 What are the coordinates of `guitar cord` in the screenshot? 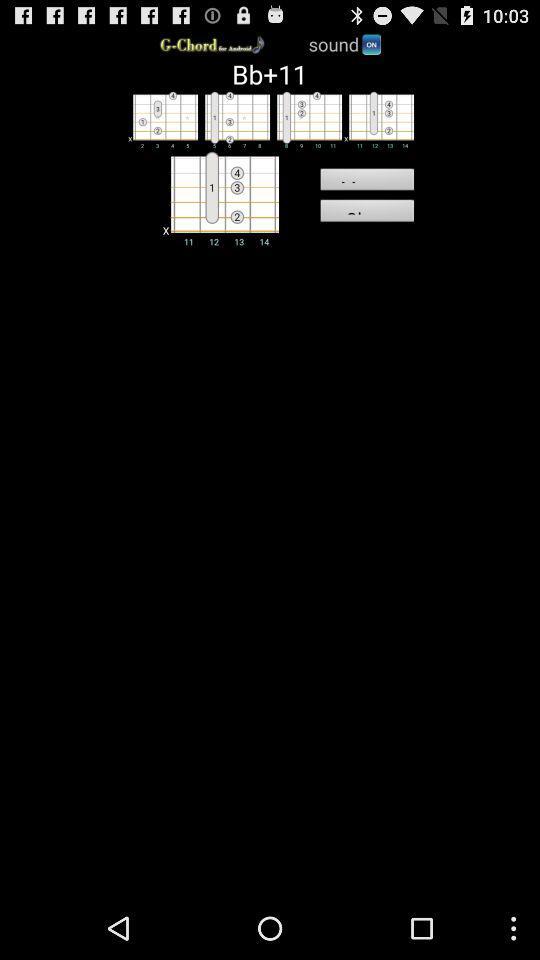 It's located at (306, 119).